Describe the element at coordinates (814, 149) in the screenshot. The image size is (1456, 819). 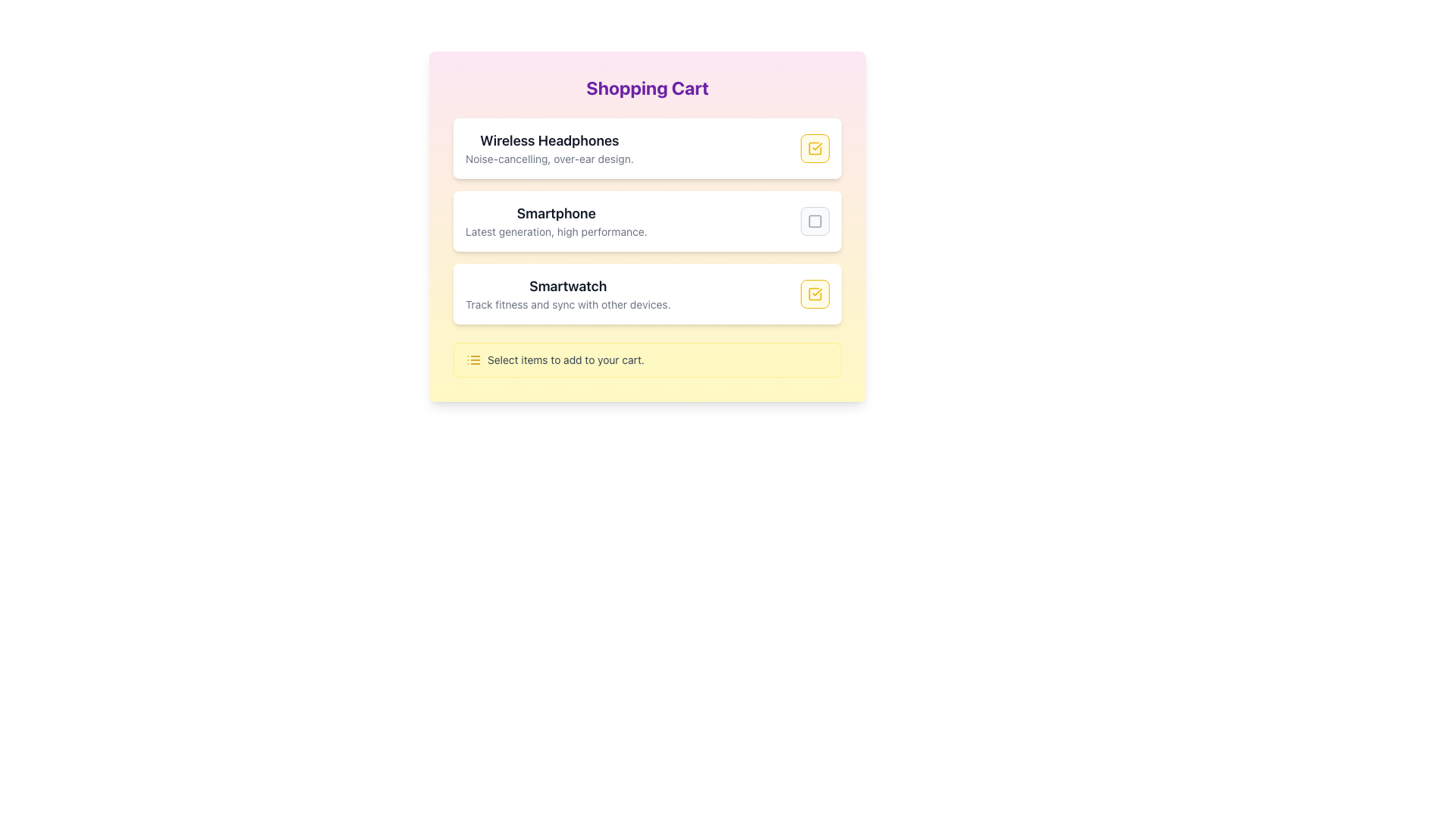
I see `the yellow-colored icon depicting a square with a checkmark inside, located on the right side of the 'Smartwatch' row in the shopping cart interface` at that location.